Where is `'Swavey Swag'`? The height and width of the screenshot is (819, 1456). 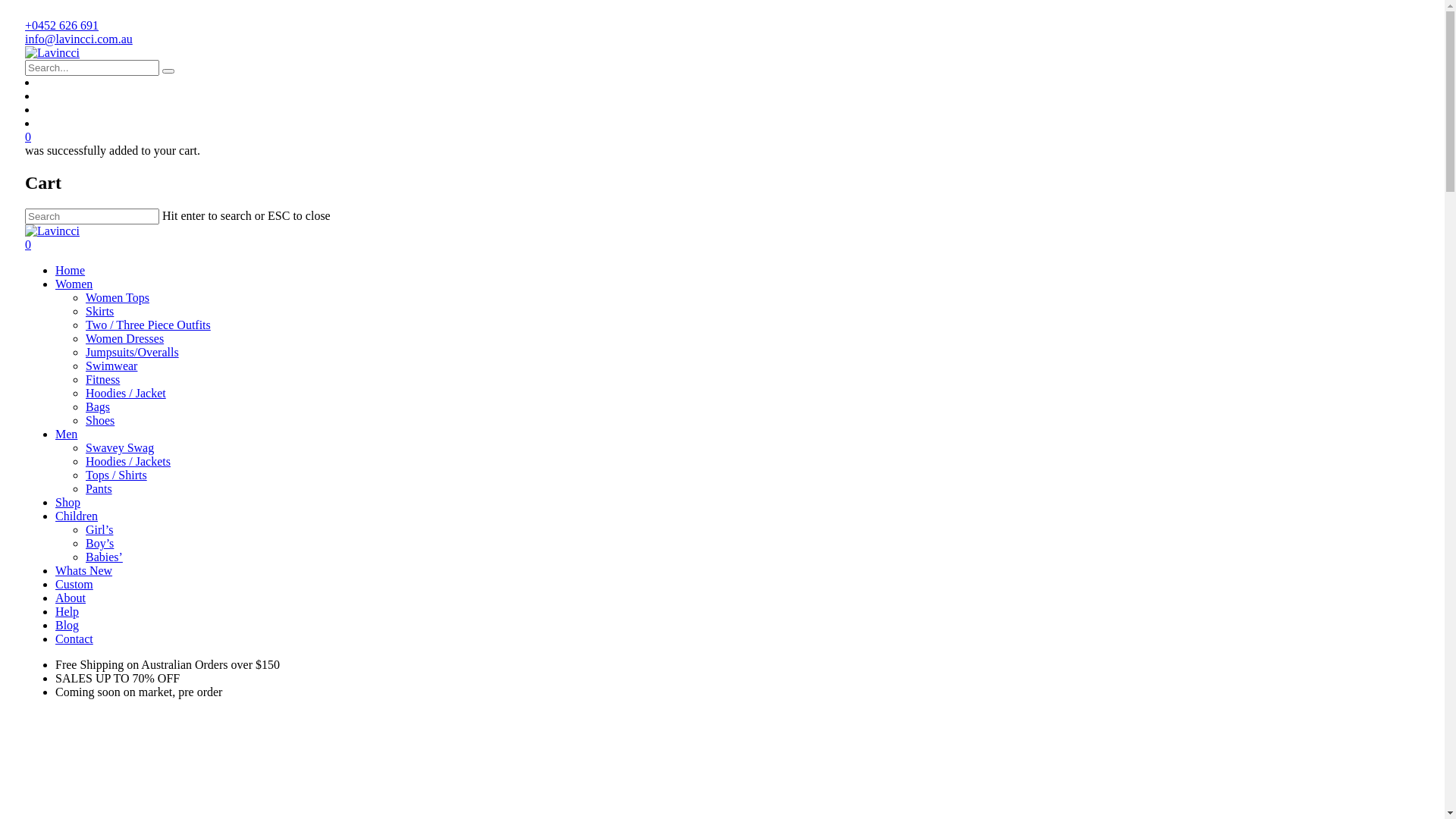
'Swavey Swag' is located at coordinates (119, 447).